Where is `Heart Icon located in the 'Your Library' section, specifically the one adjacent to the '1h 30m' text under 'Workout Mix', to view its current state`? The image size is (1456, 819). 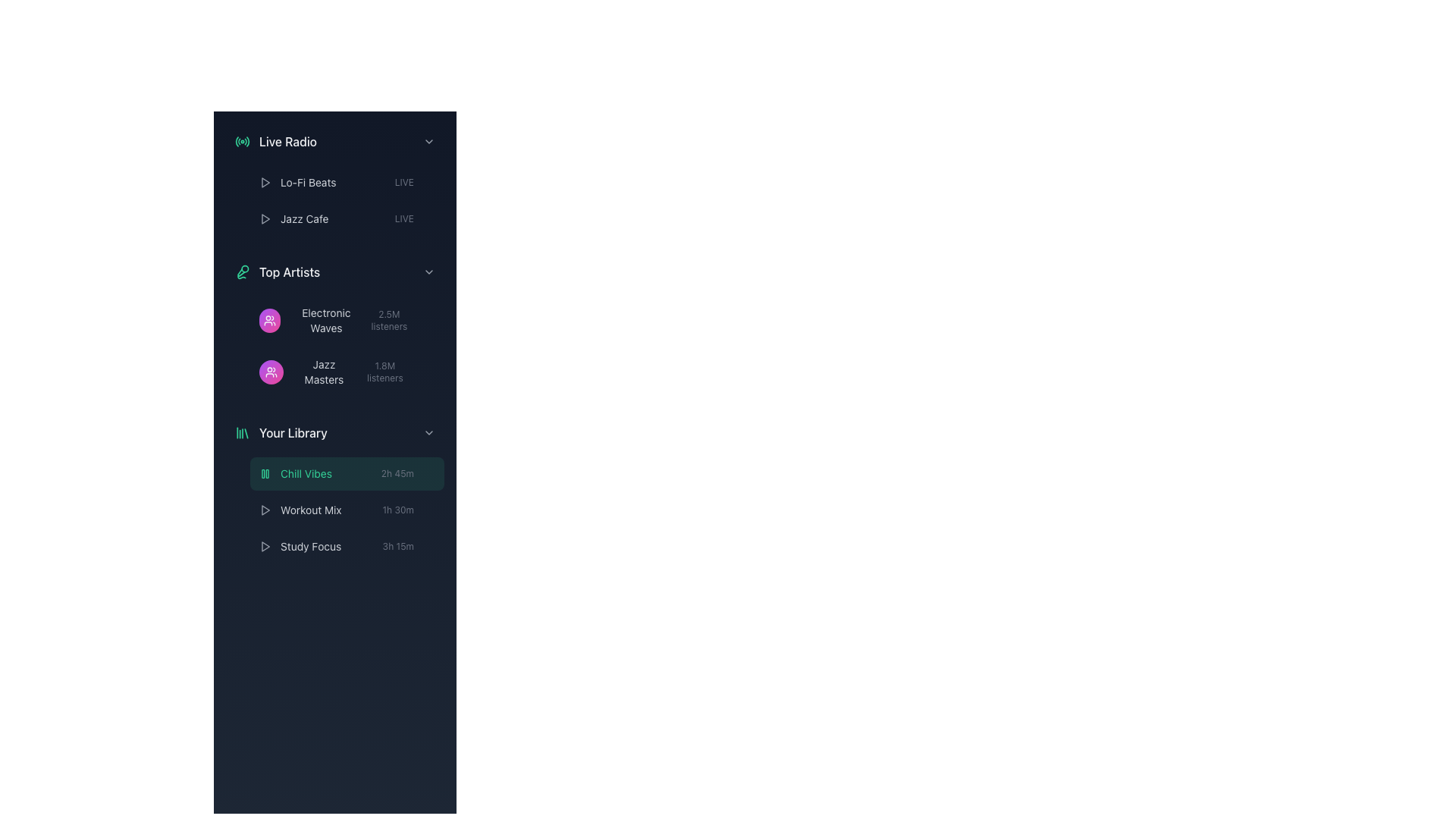 Heart Icon located in the 'Your Library' section, specifically the one adjacent to the '1h 30m' text under 'Workout Mix', to view its current state is located at coordinates (428, 510).